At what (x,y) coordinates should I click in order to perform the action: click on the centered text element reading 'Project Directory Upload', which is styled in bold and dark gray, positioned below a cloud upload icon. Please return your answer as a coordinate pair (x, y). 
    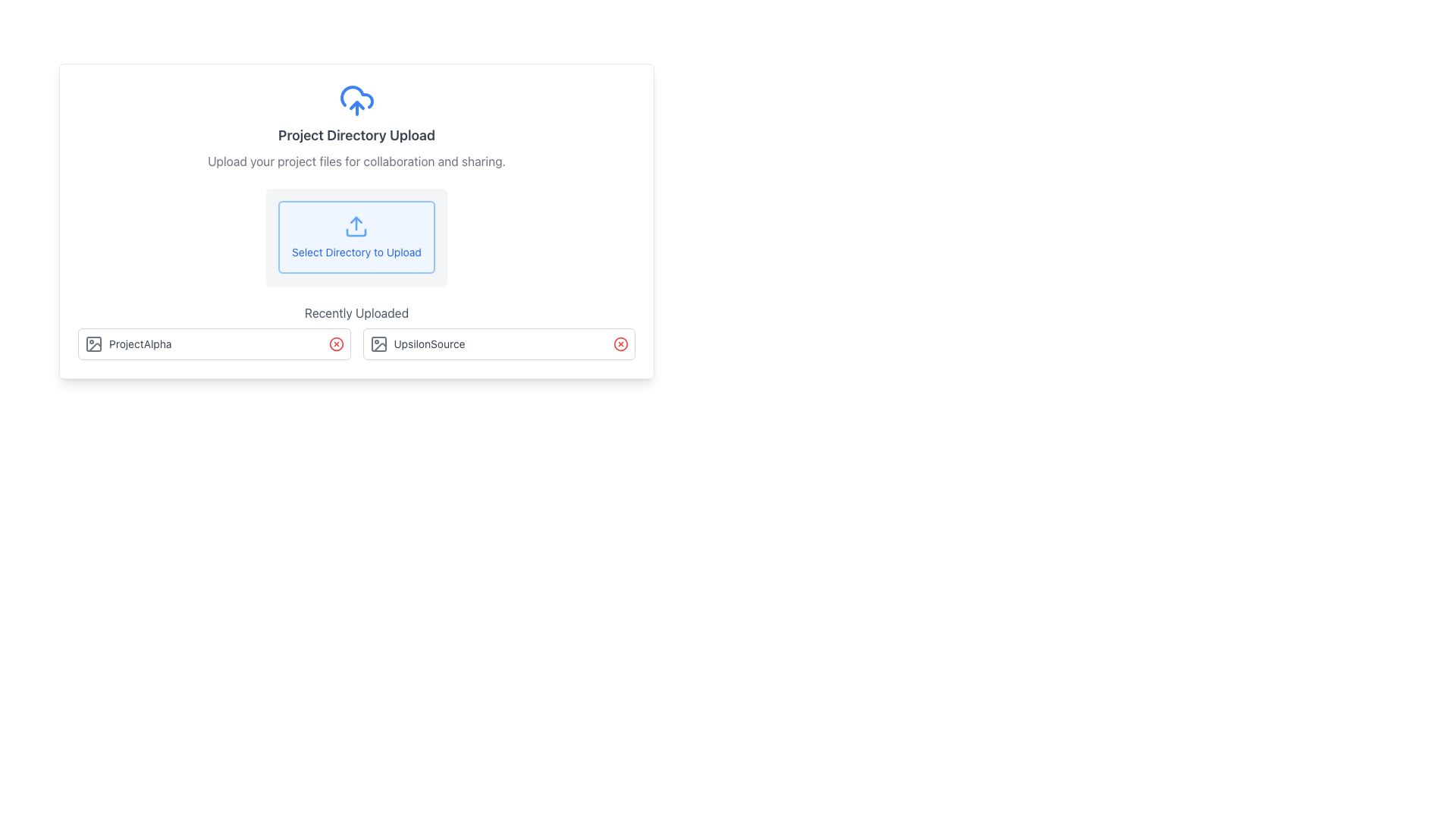
    Looking at the image, I should click on (356, 134).